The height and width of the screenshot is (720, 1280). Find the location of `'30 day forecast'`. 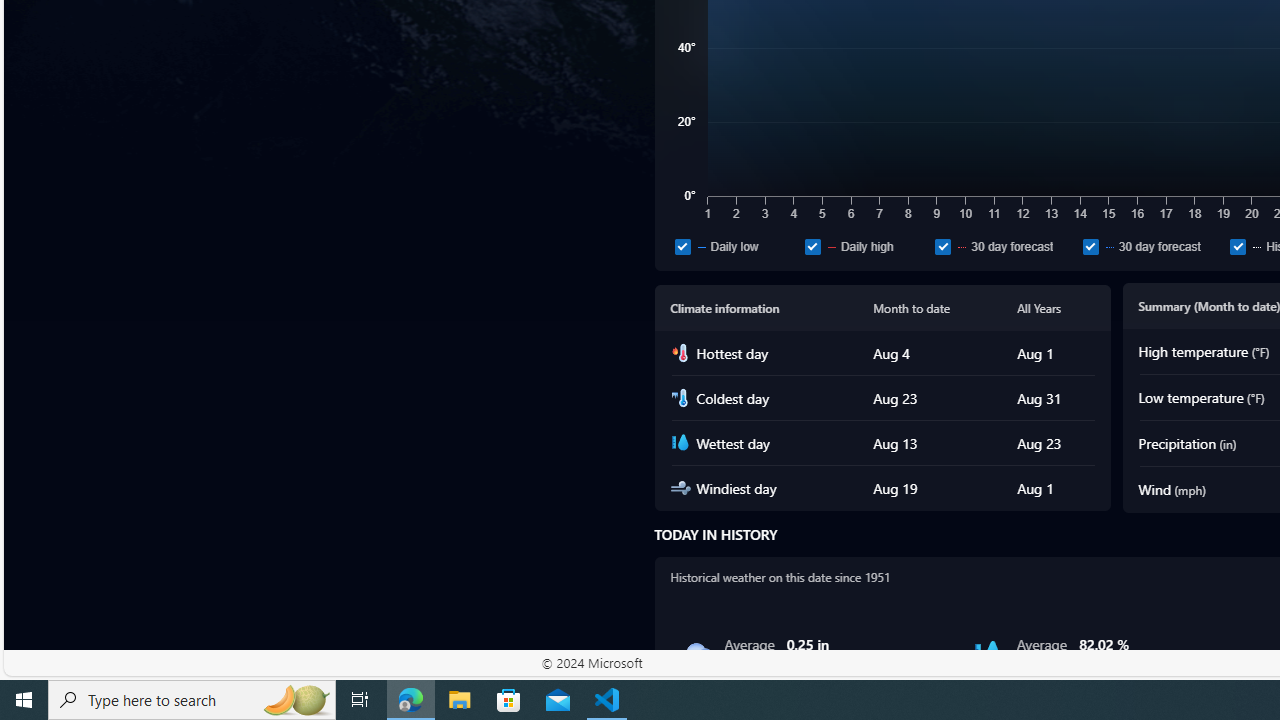

'30 day forecast' is located at coordinates (1089, 245).